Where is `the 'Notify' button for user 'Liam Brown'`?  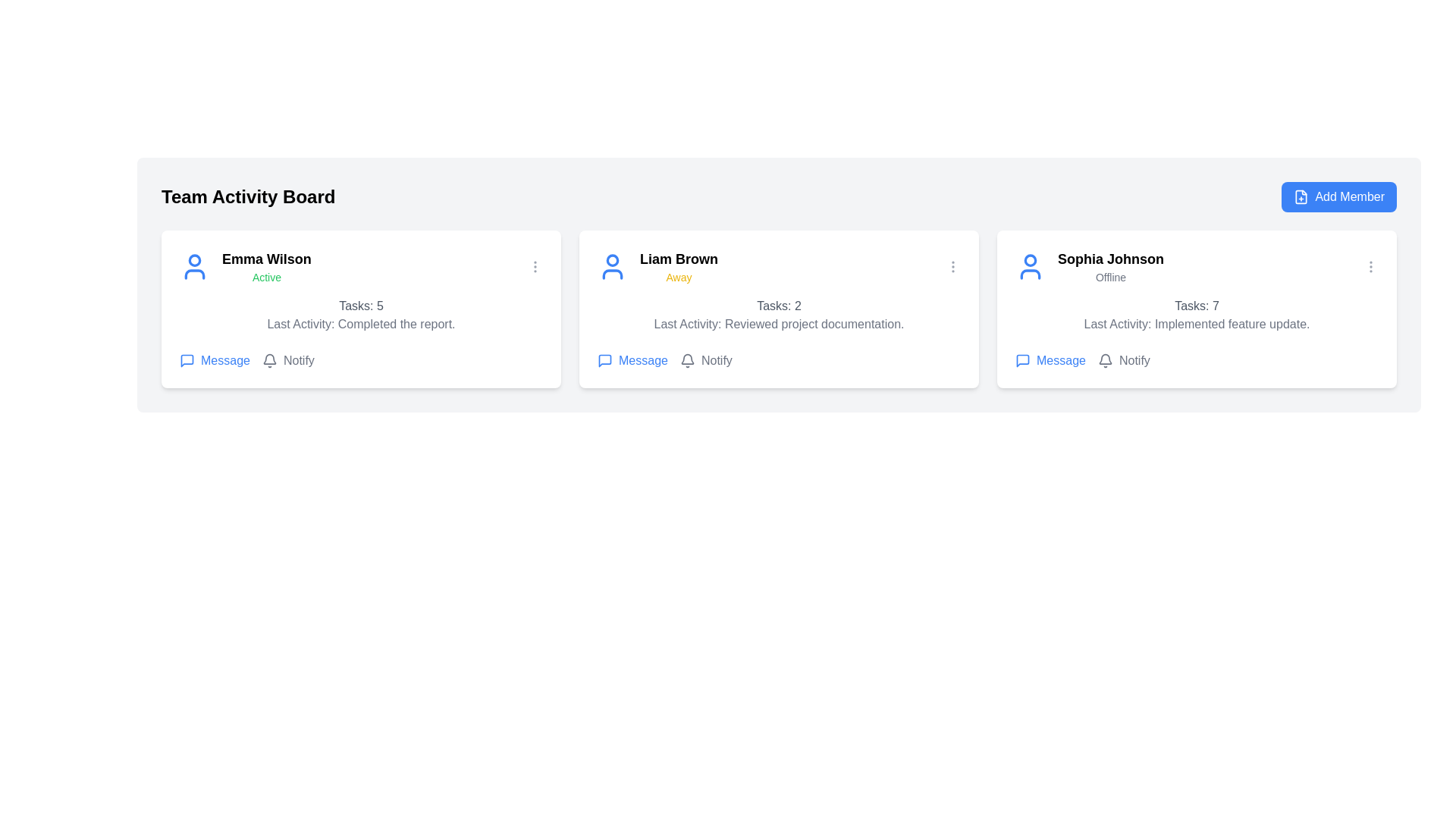 the 'Notify' button for user 'Liam Brown' is located at coordinates (705, 360).